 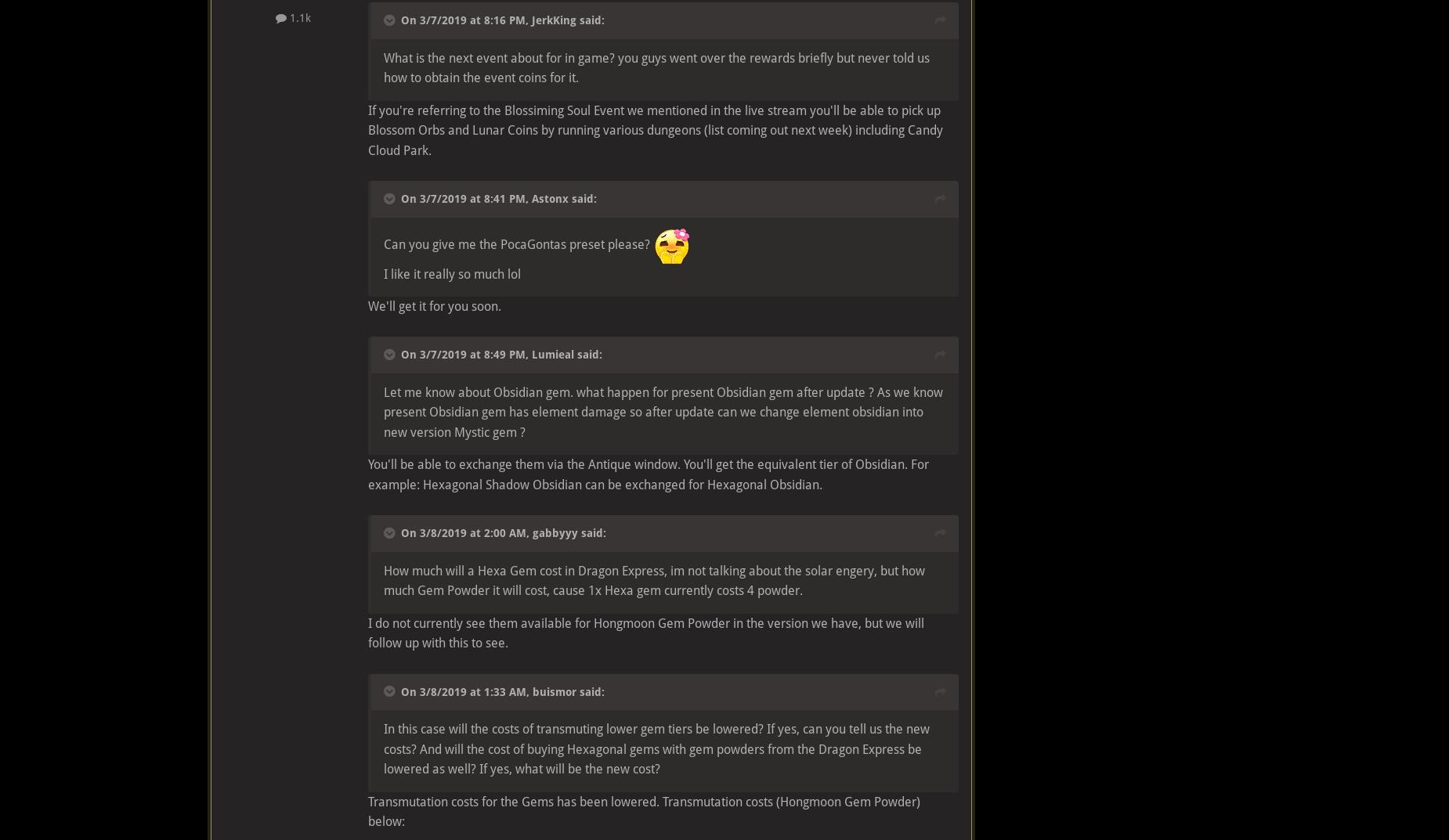 What do you see at coordinates (368, 305) in the screenshot?
I see `'We'll get it for you soon.'` at bounding box center [368, 305].